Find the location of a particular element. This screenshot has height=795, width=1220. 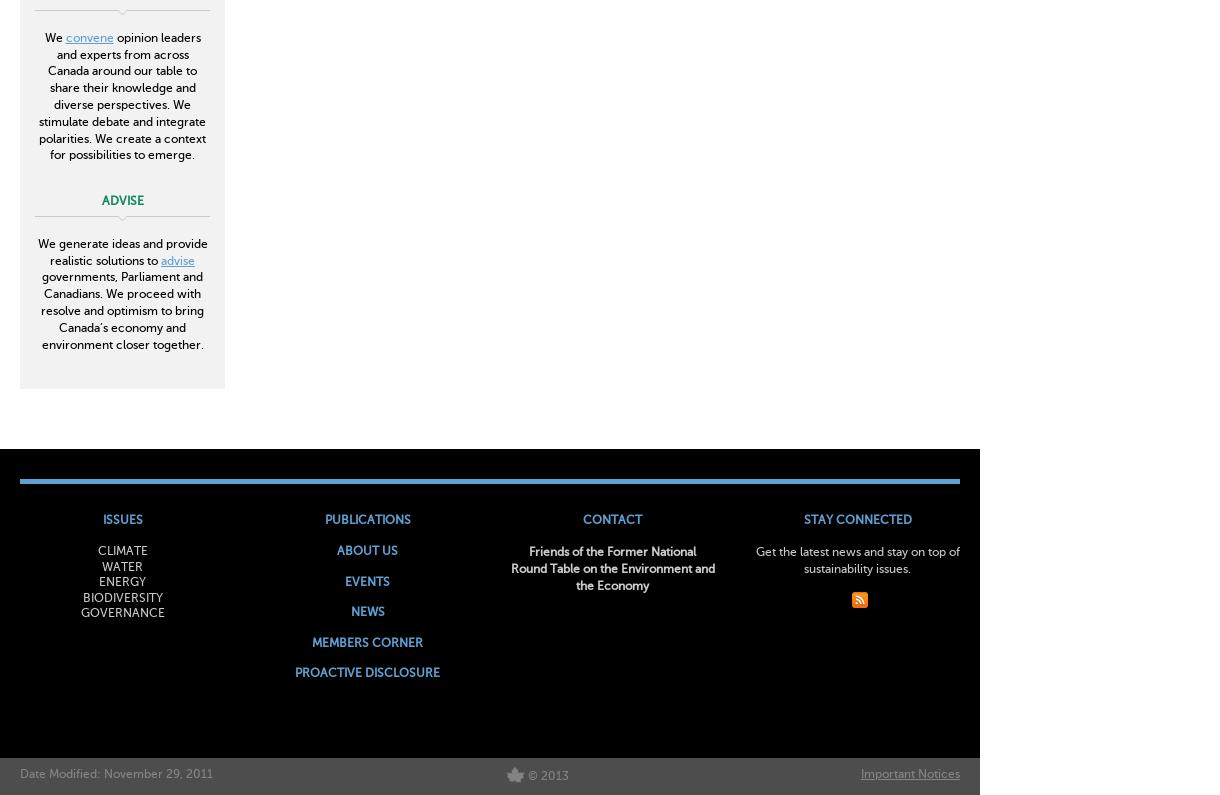

'PROACTIVE DISCLOSURE' is located at coordinates (366, 673).